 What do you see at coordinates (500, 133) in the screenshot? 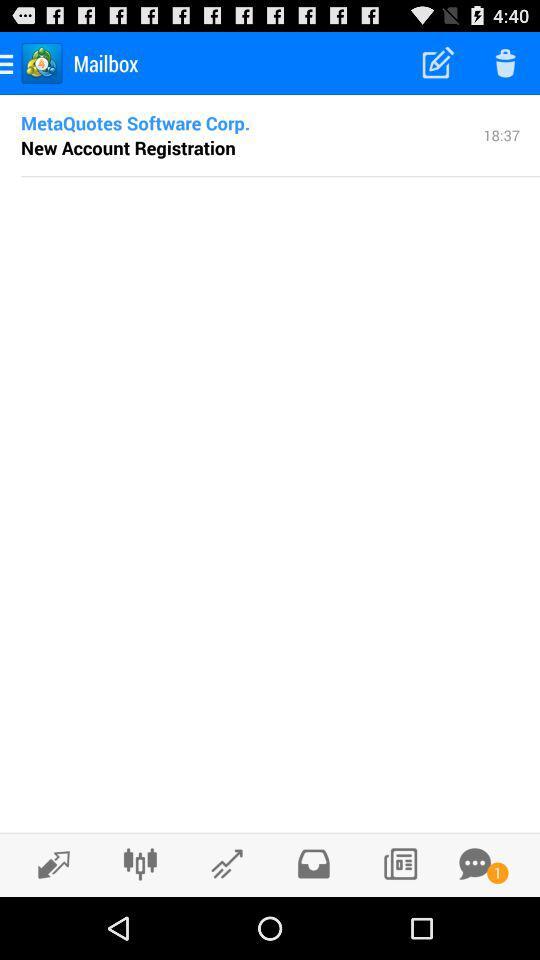
I see `the item to the right of metaquotes software corp. item` at bounding box center [500, 133].